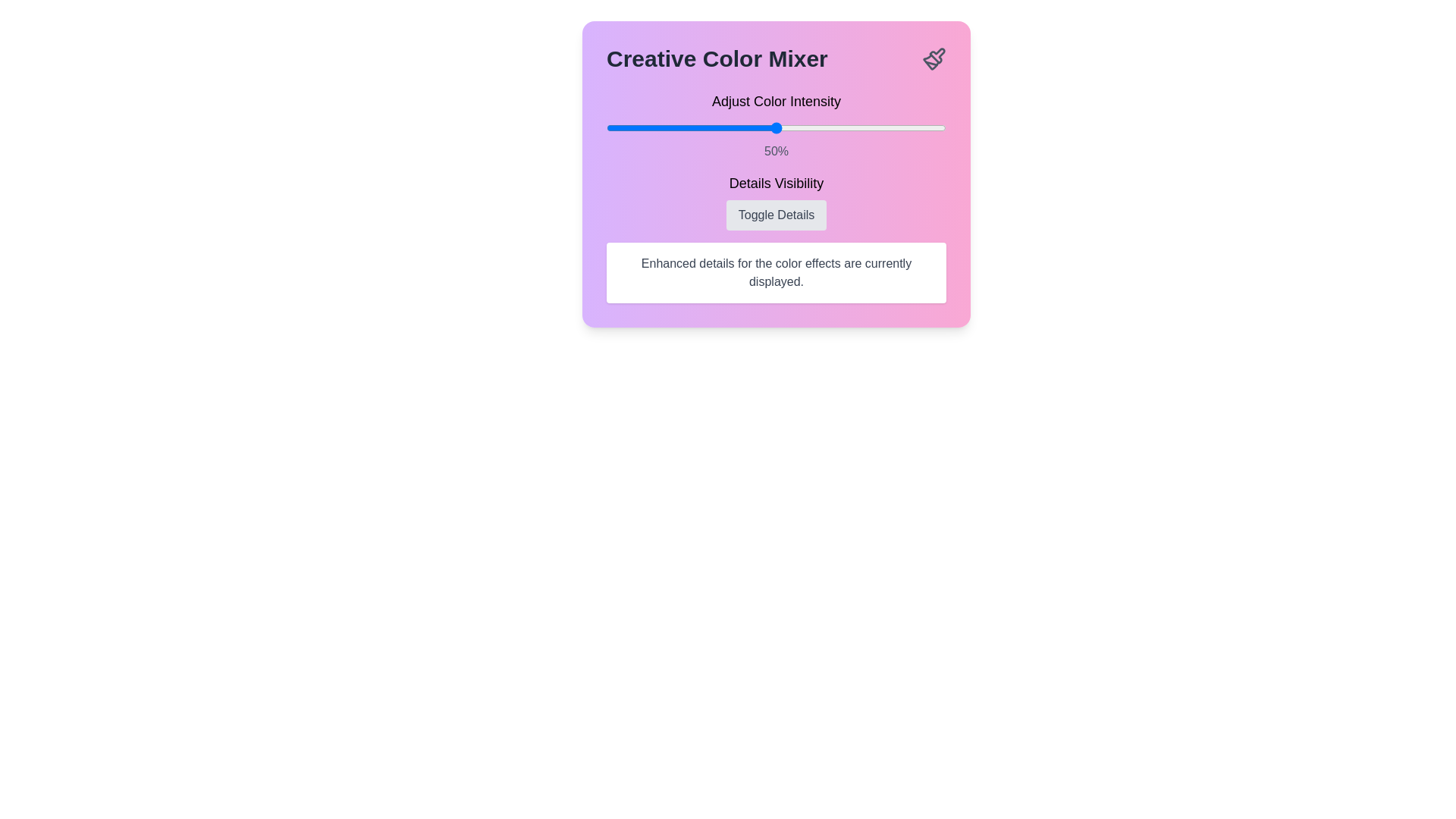  I want to click on the color intensity, so click(694, 127).